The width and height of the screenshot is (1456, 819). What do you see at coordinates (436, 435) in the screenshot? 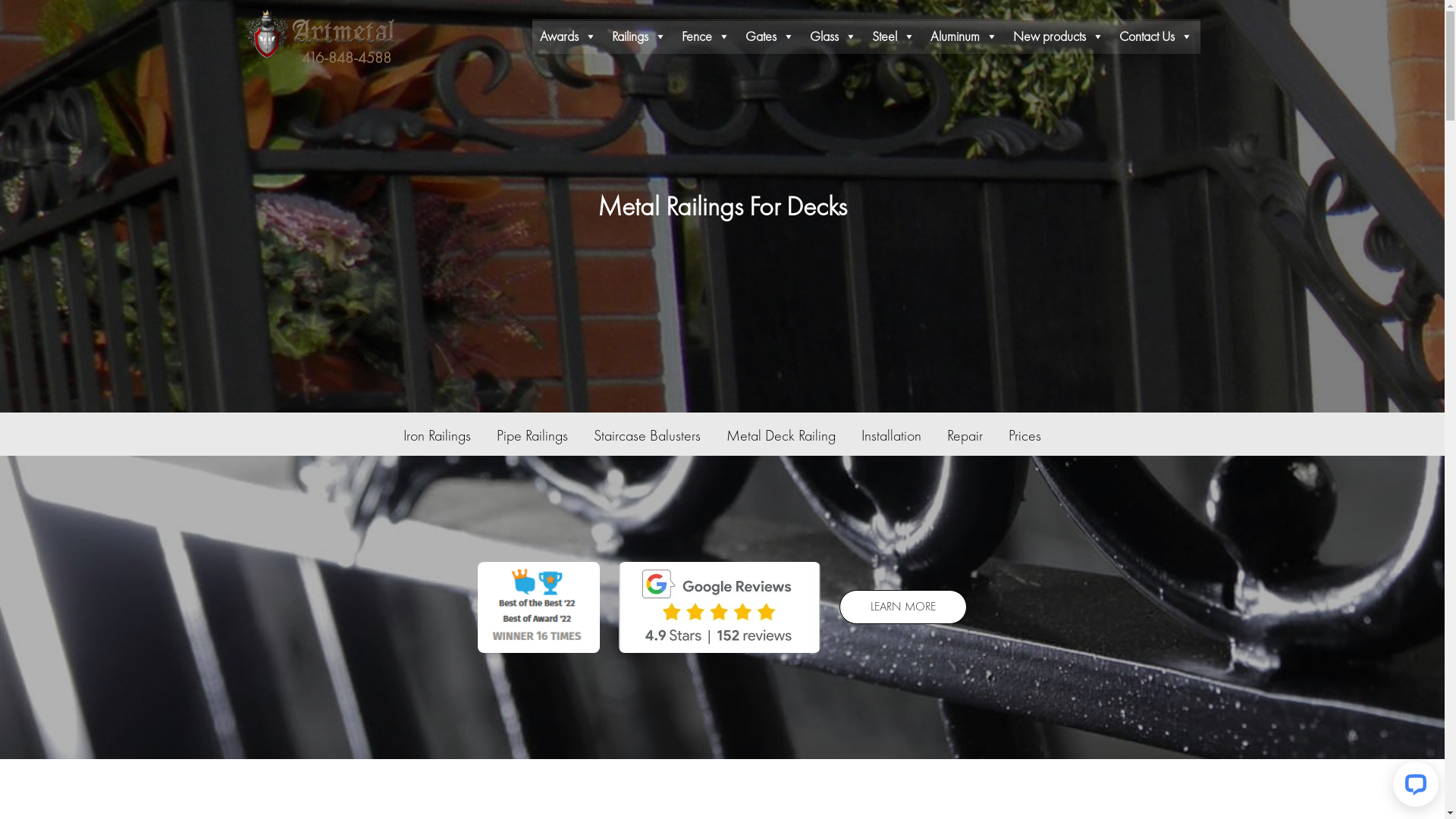
I see `'Iron Railings'` at bounding box center [436, 435].